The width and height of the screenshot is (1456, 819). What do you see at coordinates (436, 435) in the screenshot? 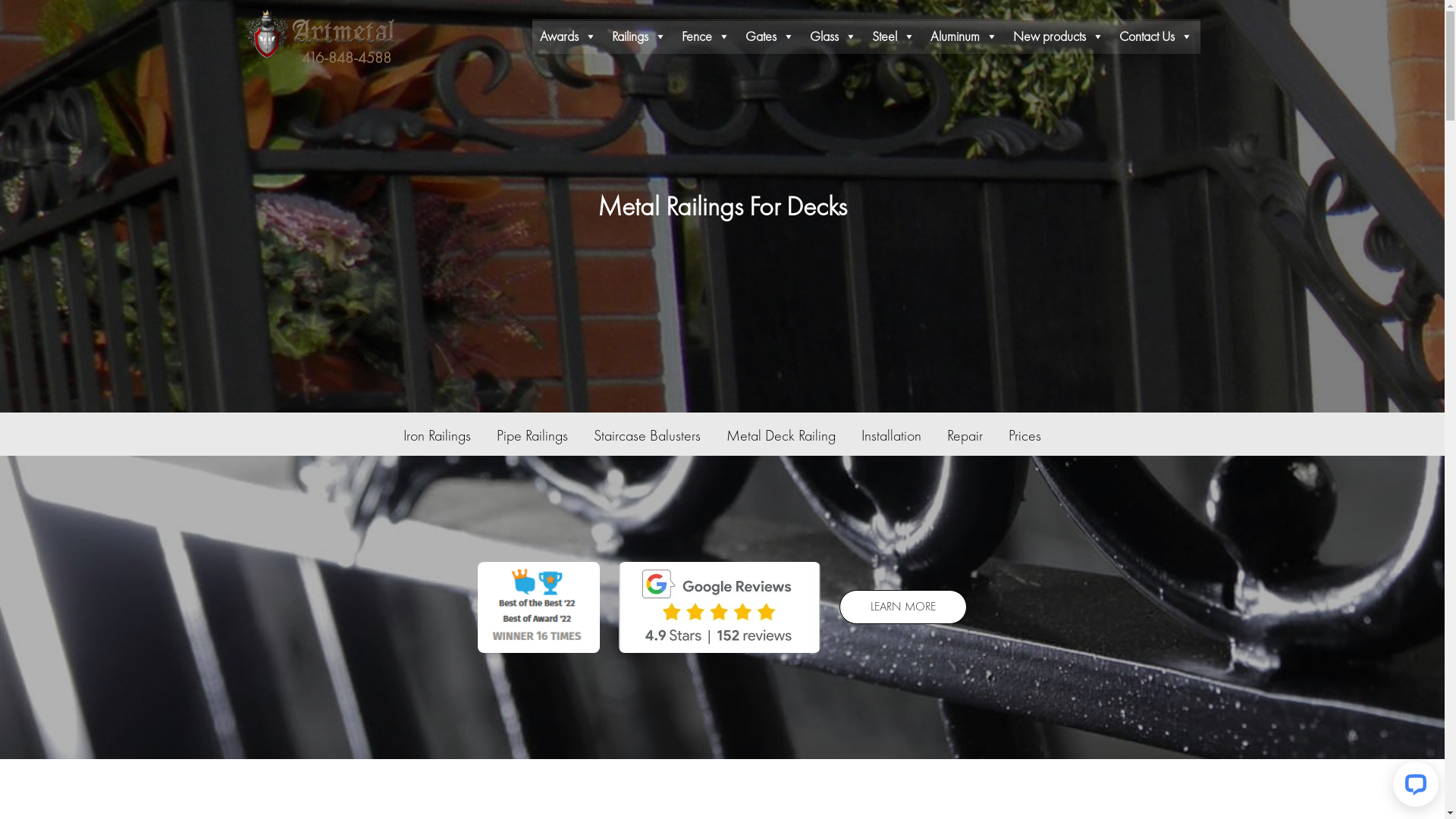
I see `'Iron Railings'` at bounding box center [436, 435].